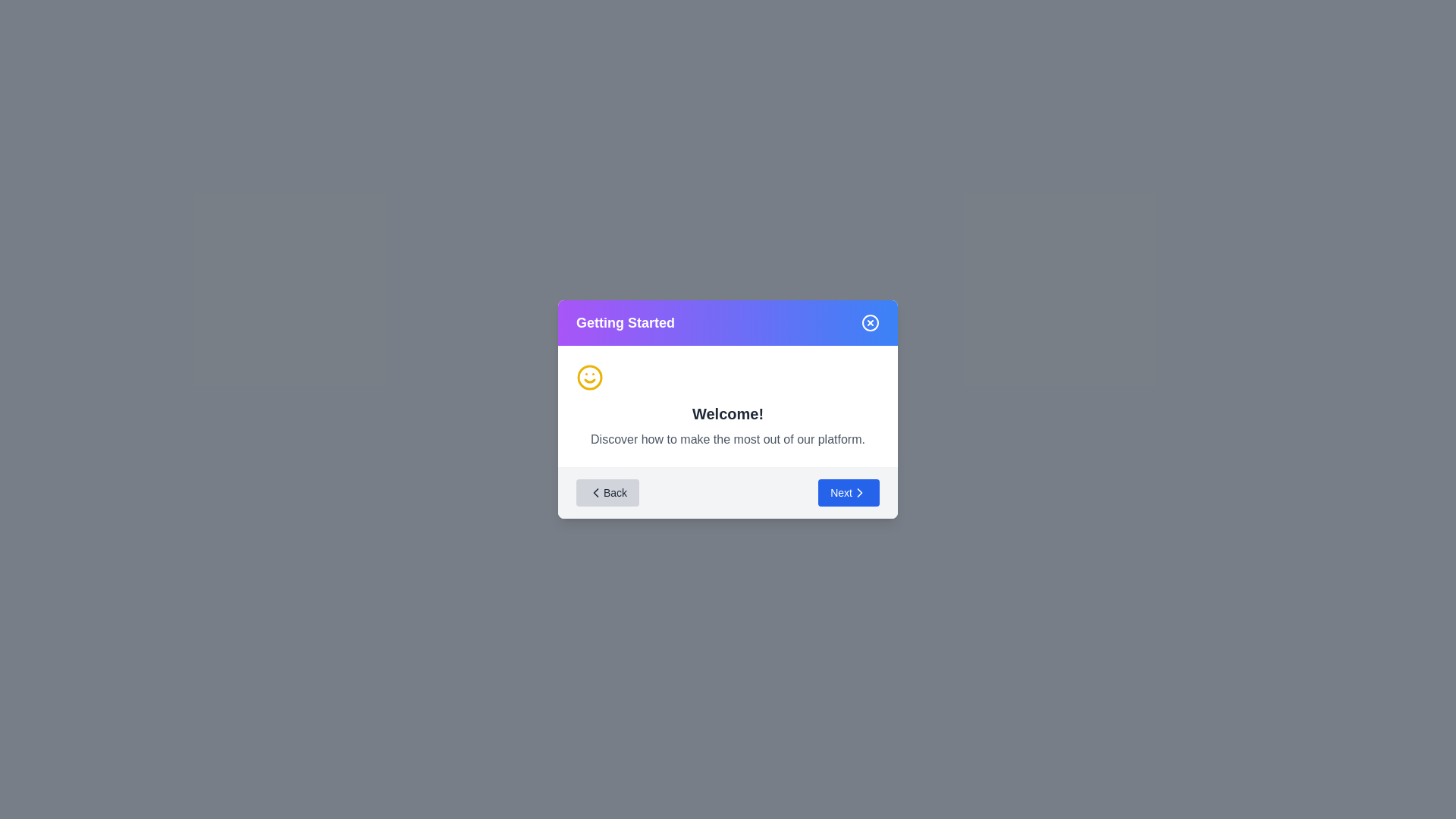 The image size is (1456, 819). What do you see at coordinates (595, 493) in the screenshot?
I see `the 'Back' button icon located at the bottom-left of the dialog box, which visually represents going back to the previous step` at bounding box center [595, 493].